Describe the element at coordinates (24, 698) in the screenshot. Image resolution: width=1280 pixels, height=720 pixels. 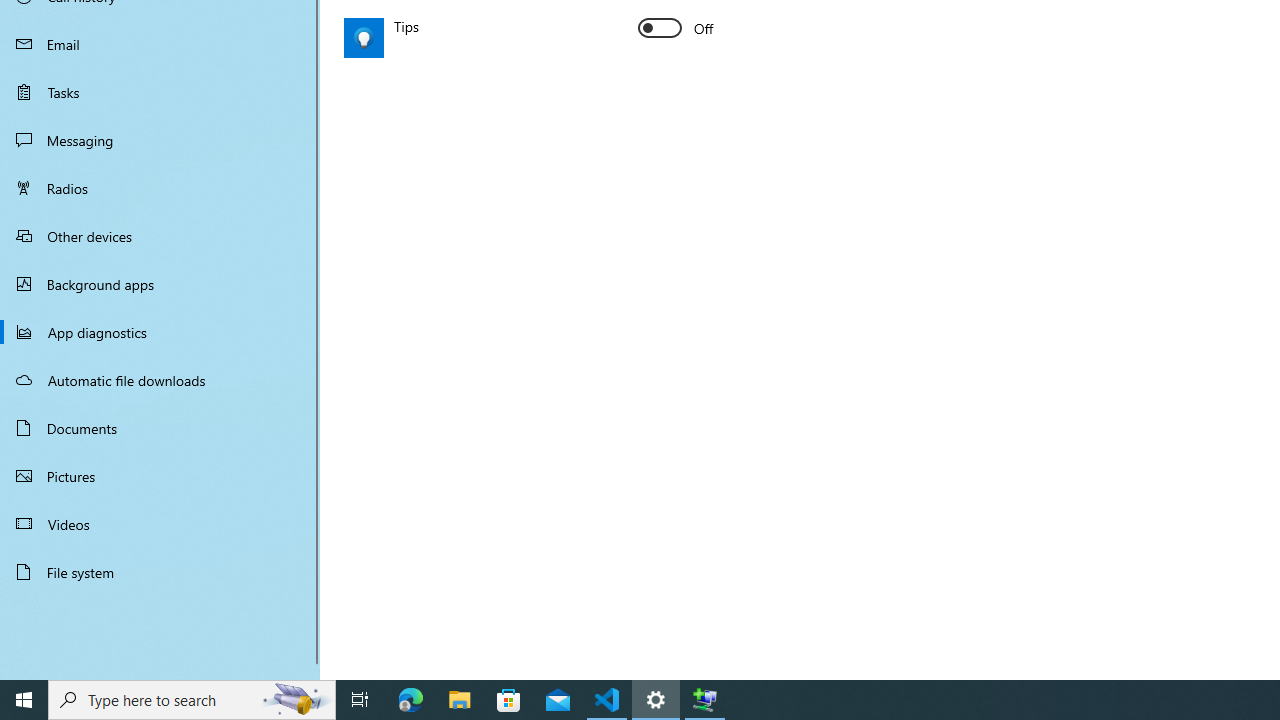
I see `'Start'` at that location.